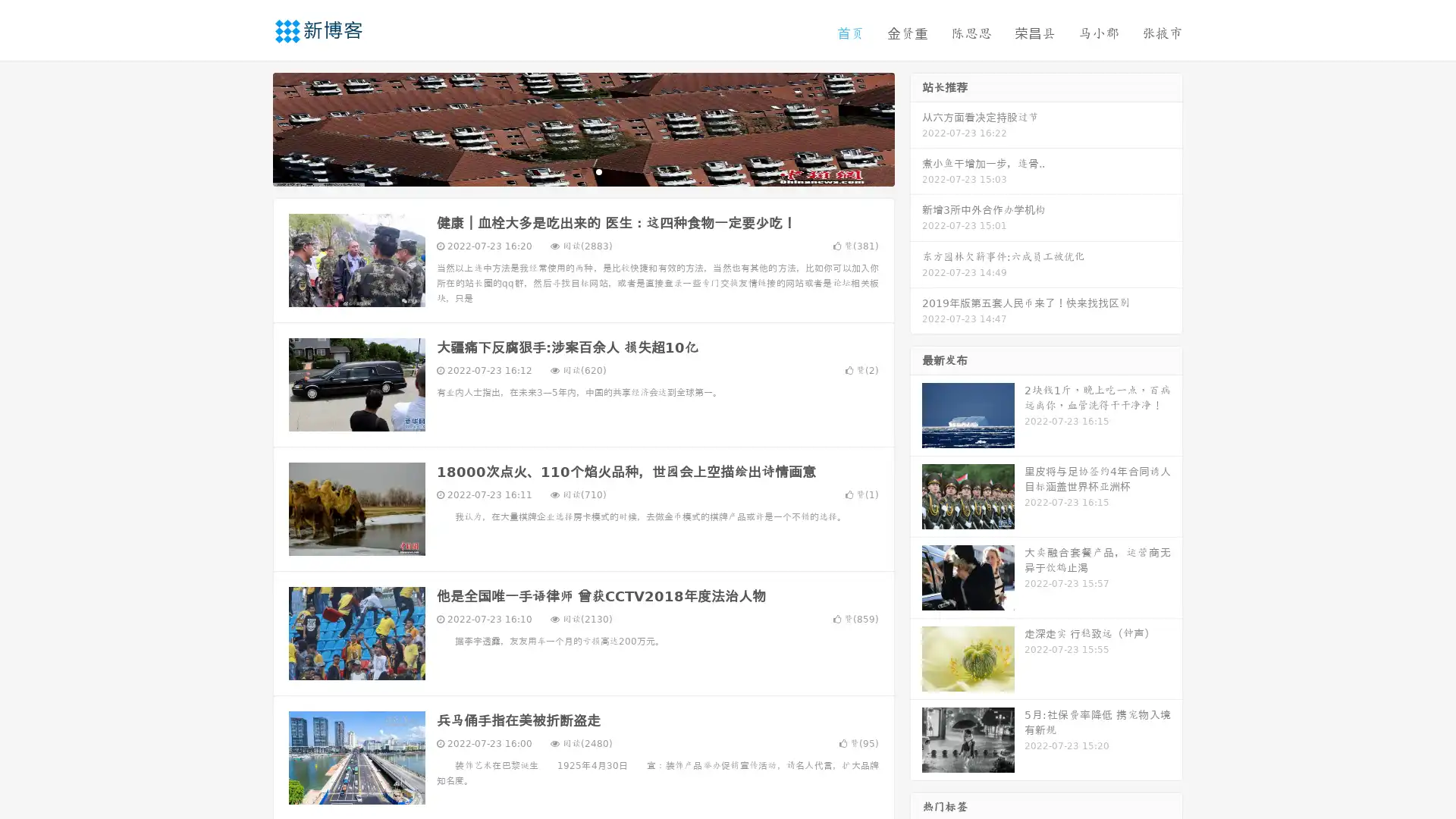 This screenshot has height=819, width=1456. I want to click on Go to slide 3, so click(598, 171).